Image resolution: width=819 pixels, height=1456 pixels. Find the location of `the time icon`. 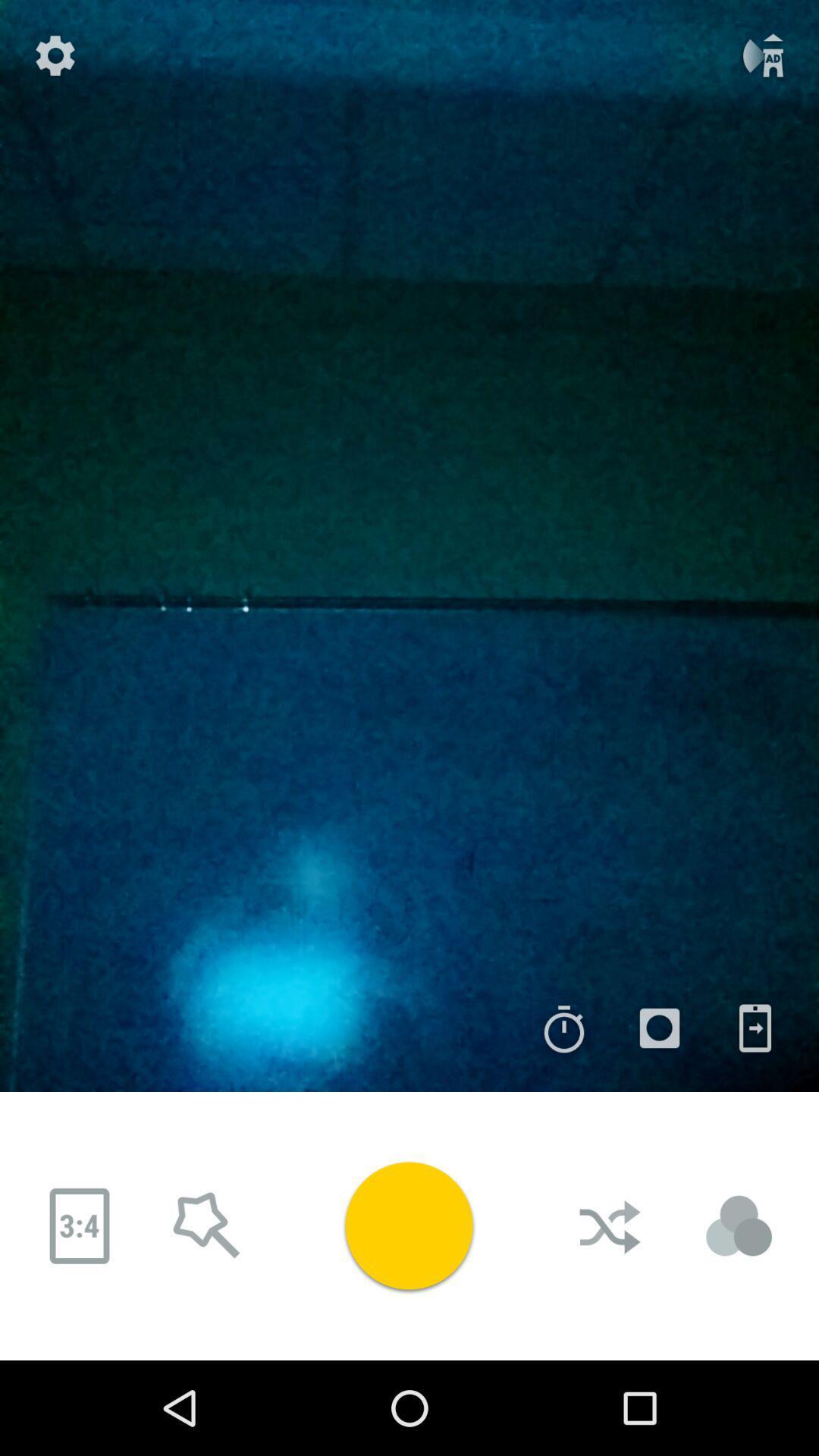

the time icon is located at coordinates (548, 1028).